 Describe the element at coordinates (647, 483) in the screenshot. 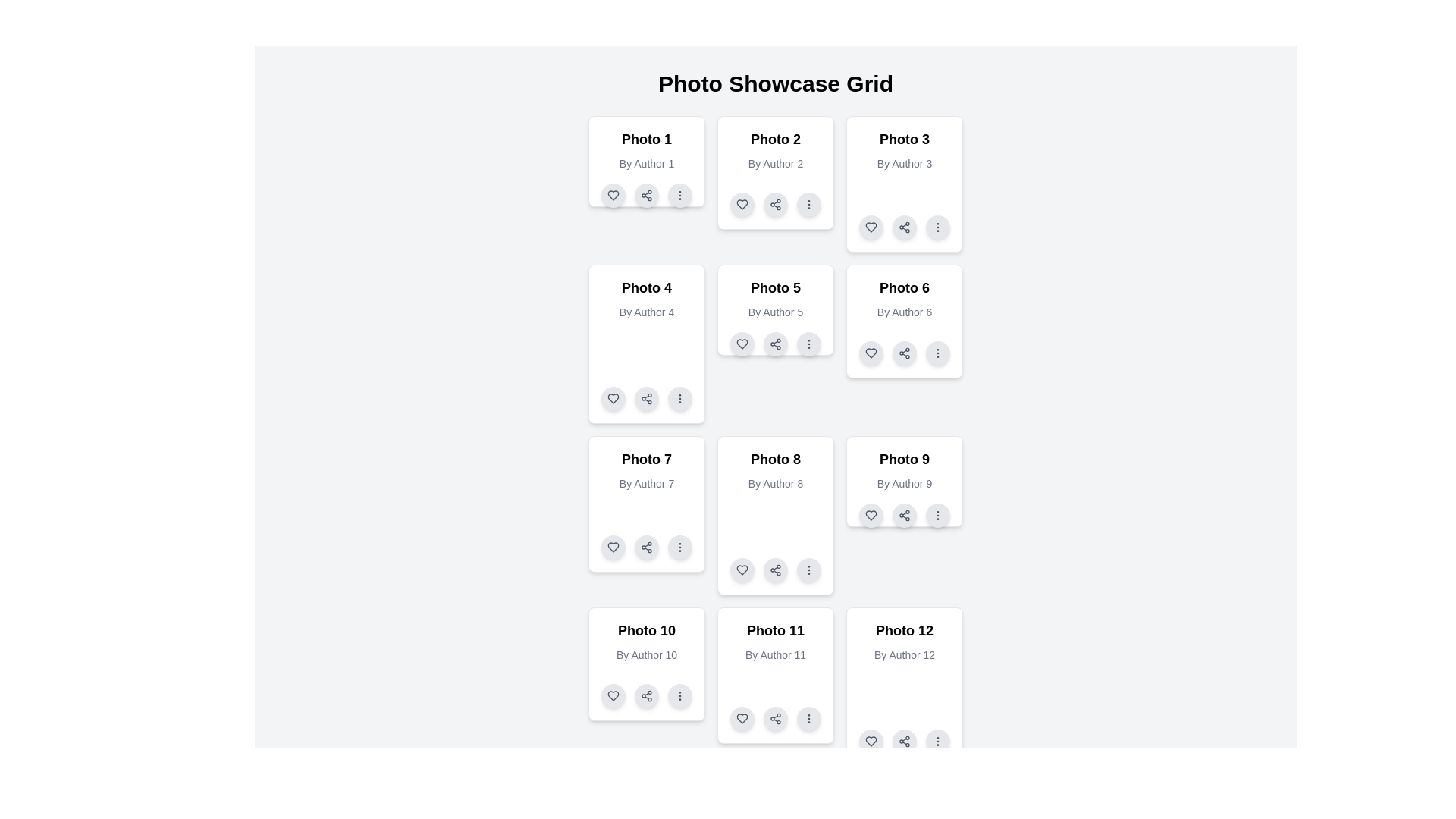

I see `the Text Label indicating the author of the content in the card labeled 'Photo 7', which is positioned below the heading and above interactive icons` at that location.